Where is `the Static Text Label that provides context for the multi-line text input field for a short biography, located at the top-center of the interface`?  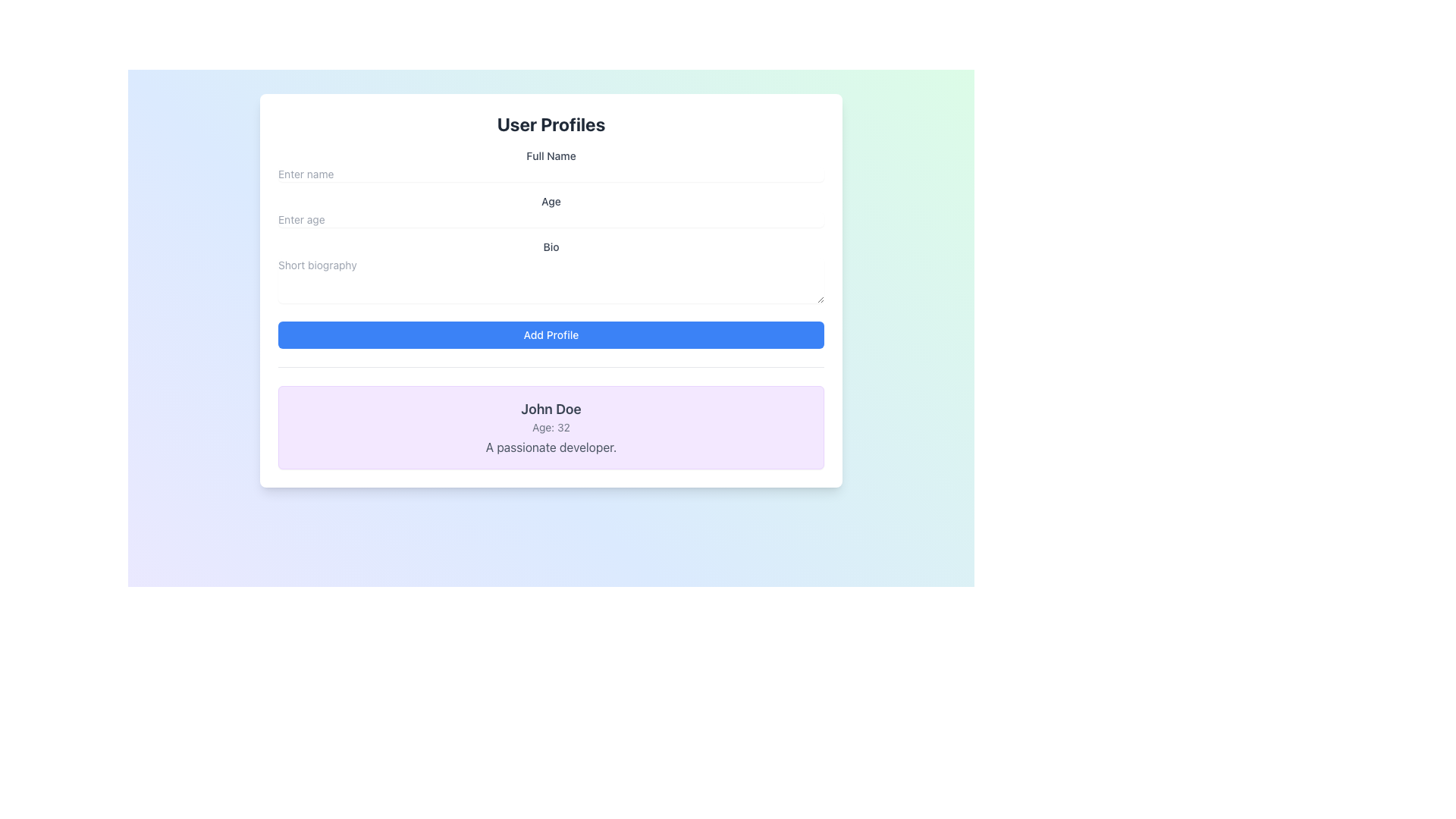
the Static Text Label that provides context for the multi-line text input field for a short biography, located at the top-center of the interface is located at coordinates (550, 246).